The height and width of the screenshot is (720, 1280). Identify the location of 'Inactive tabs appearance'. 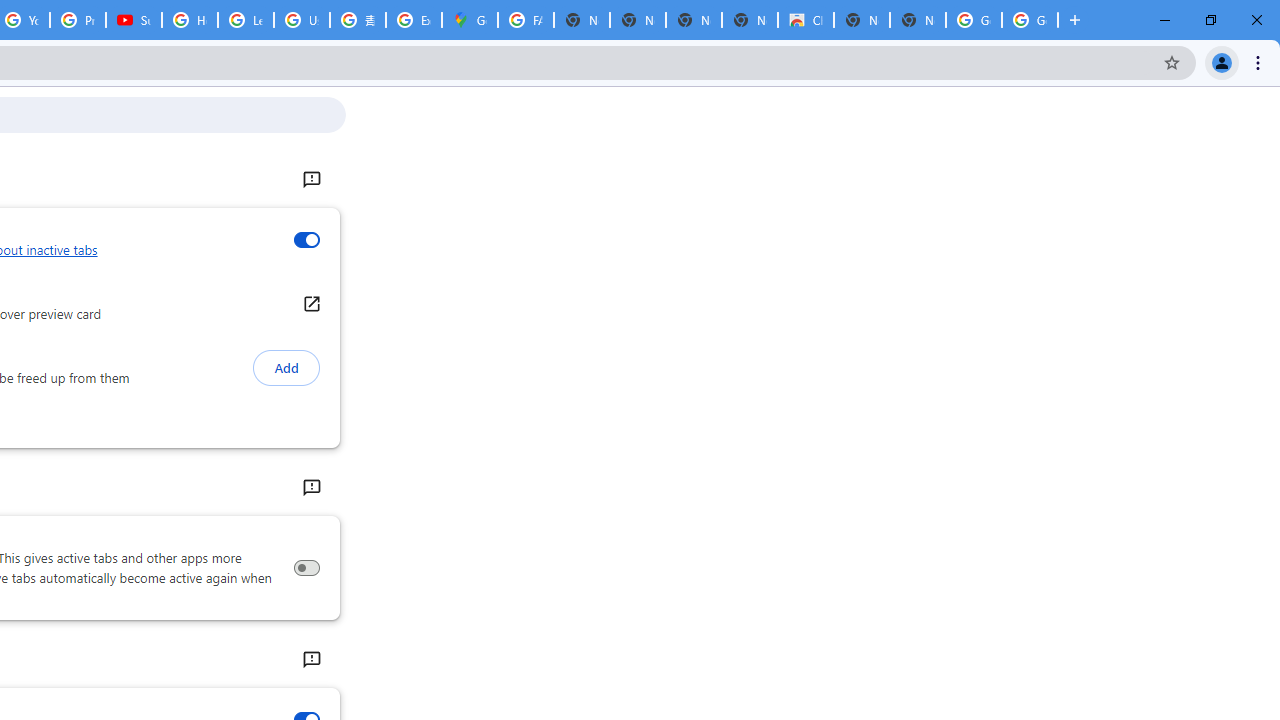
(305, 239).